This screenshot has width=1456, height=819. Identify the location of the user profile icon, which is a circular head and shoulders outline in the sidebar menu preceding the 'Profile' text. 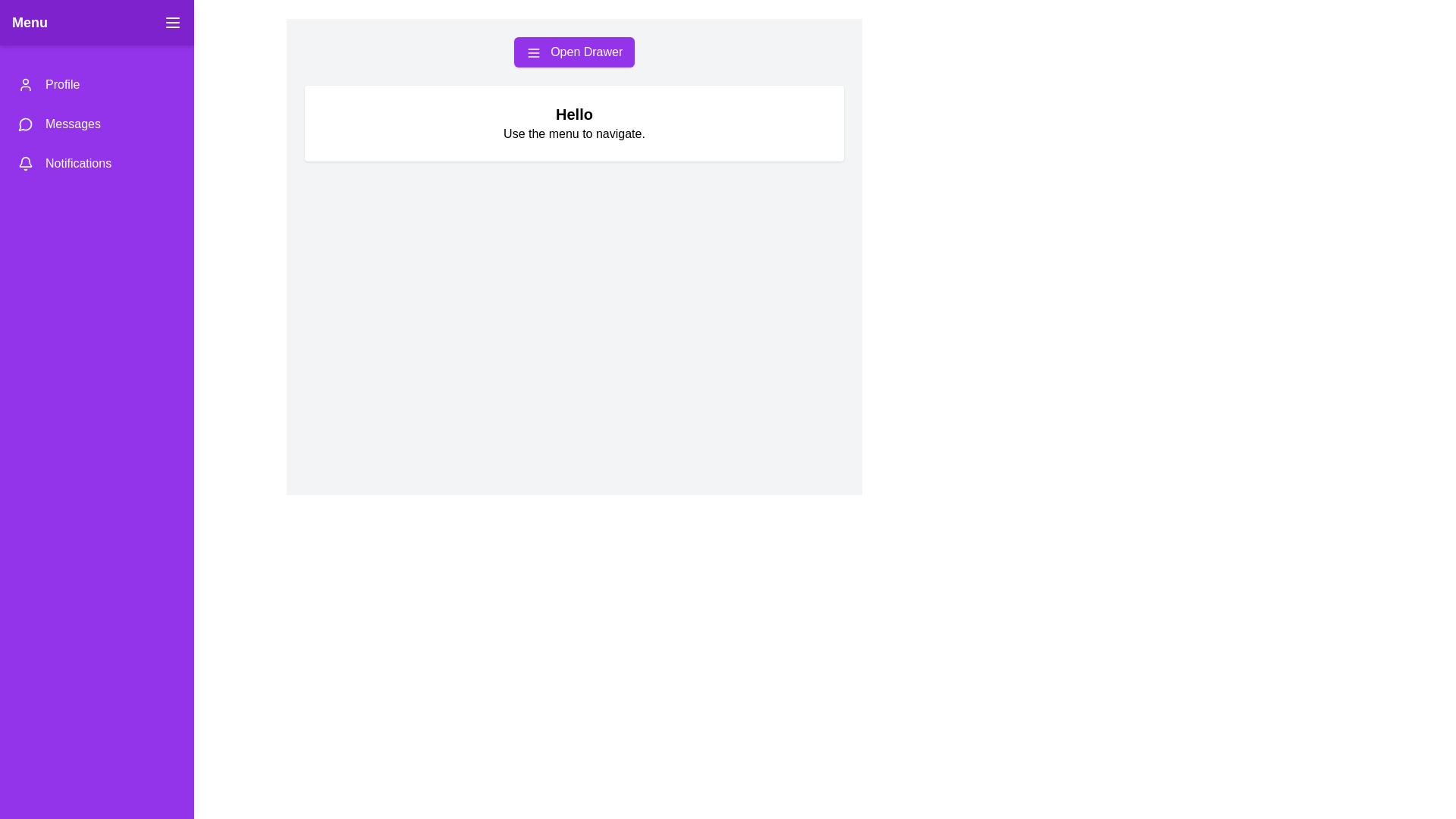
(25, 84).